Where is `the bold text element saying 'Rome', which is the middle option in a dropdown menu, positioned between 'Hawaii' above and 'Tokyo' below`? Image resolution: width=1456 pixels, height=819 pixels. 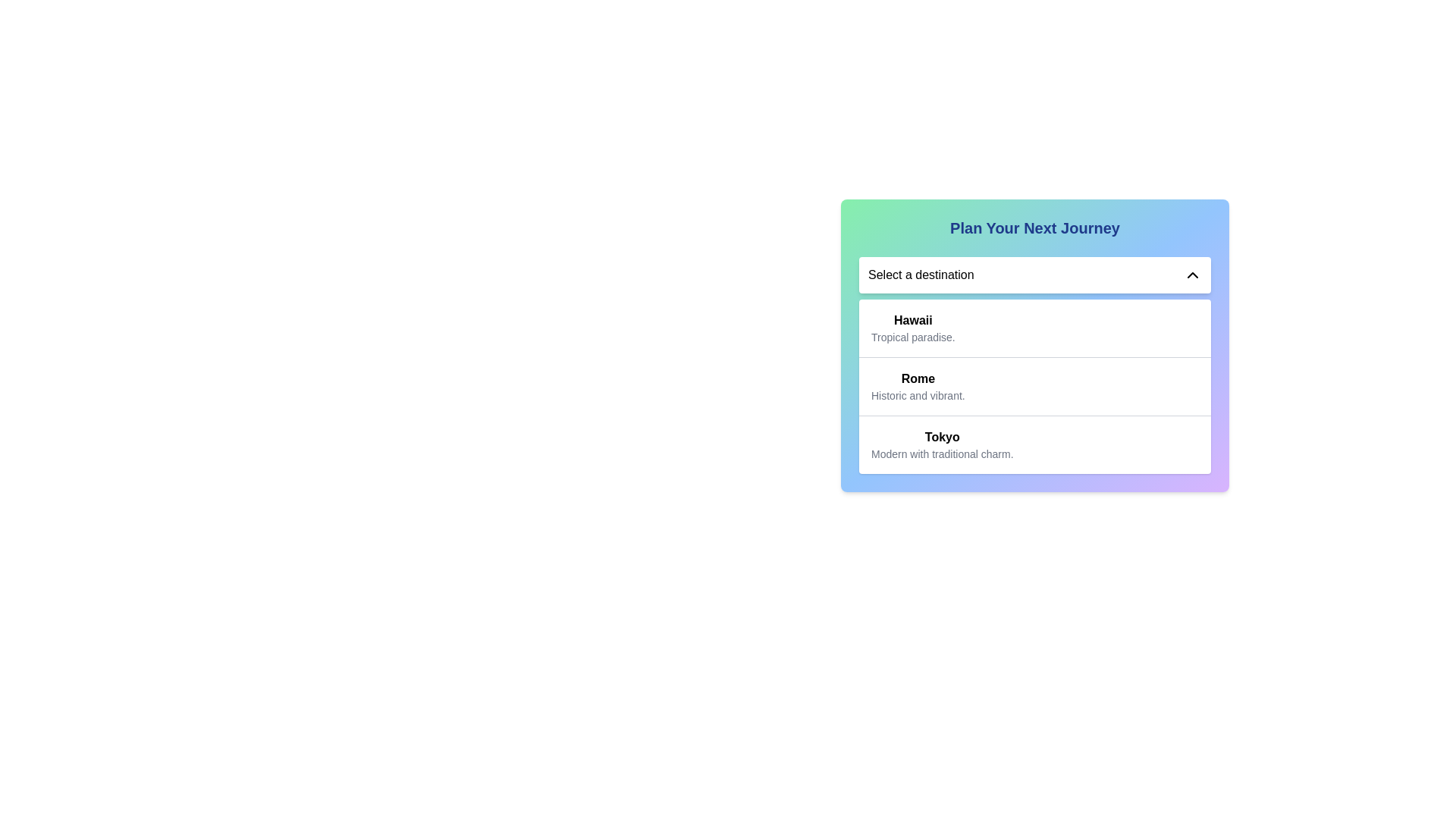
the bold text element saying 'Rome', which is the middle option in a dropdown menu, positioned between 'Hawaii' above and 'Tokyo' below is located at coordinates (917, 378).